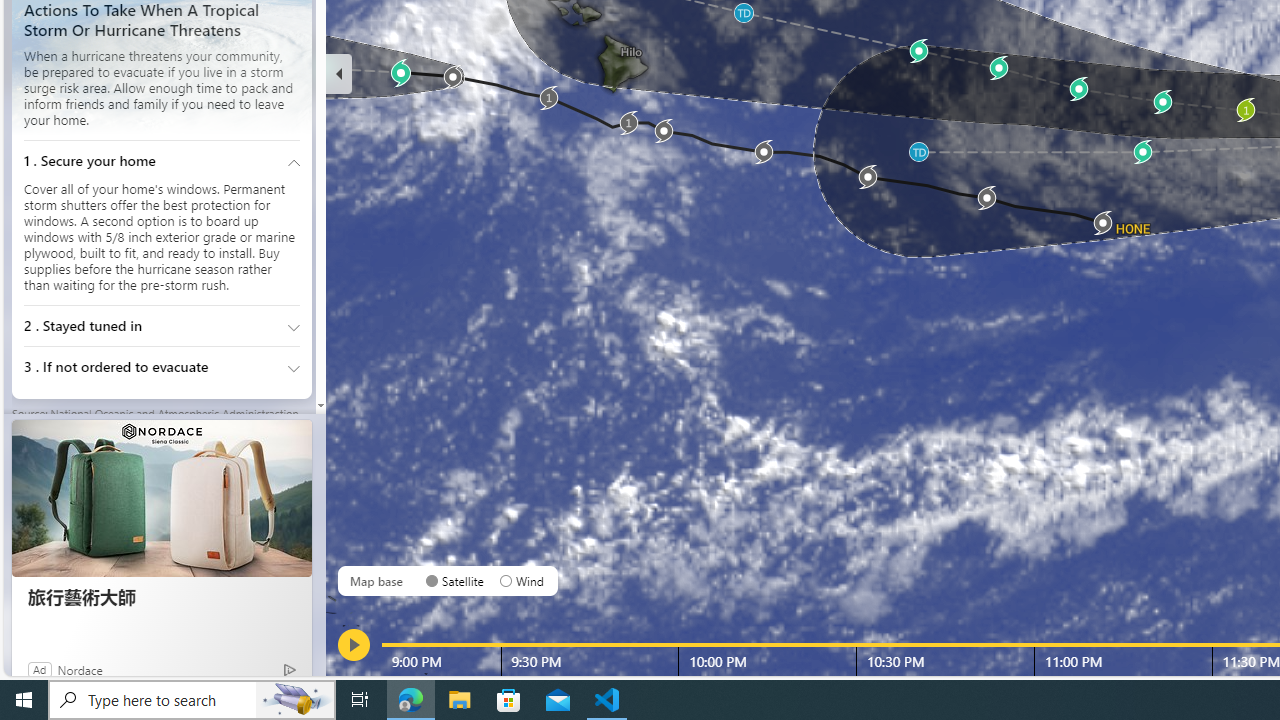  Describe the element at coordinates (505, 581) in the screenshot. I see `'AutomationID: radioButton-DS-EntryPoint1-1-layer-subtype-0-1'` at that location.